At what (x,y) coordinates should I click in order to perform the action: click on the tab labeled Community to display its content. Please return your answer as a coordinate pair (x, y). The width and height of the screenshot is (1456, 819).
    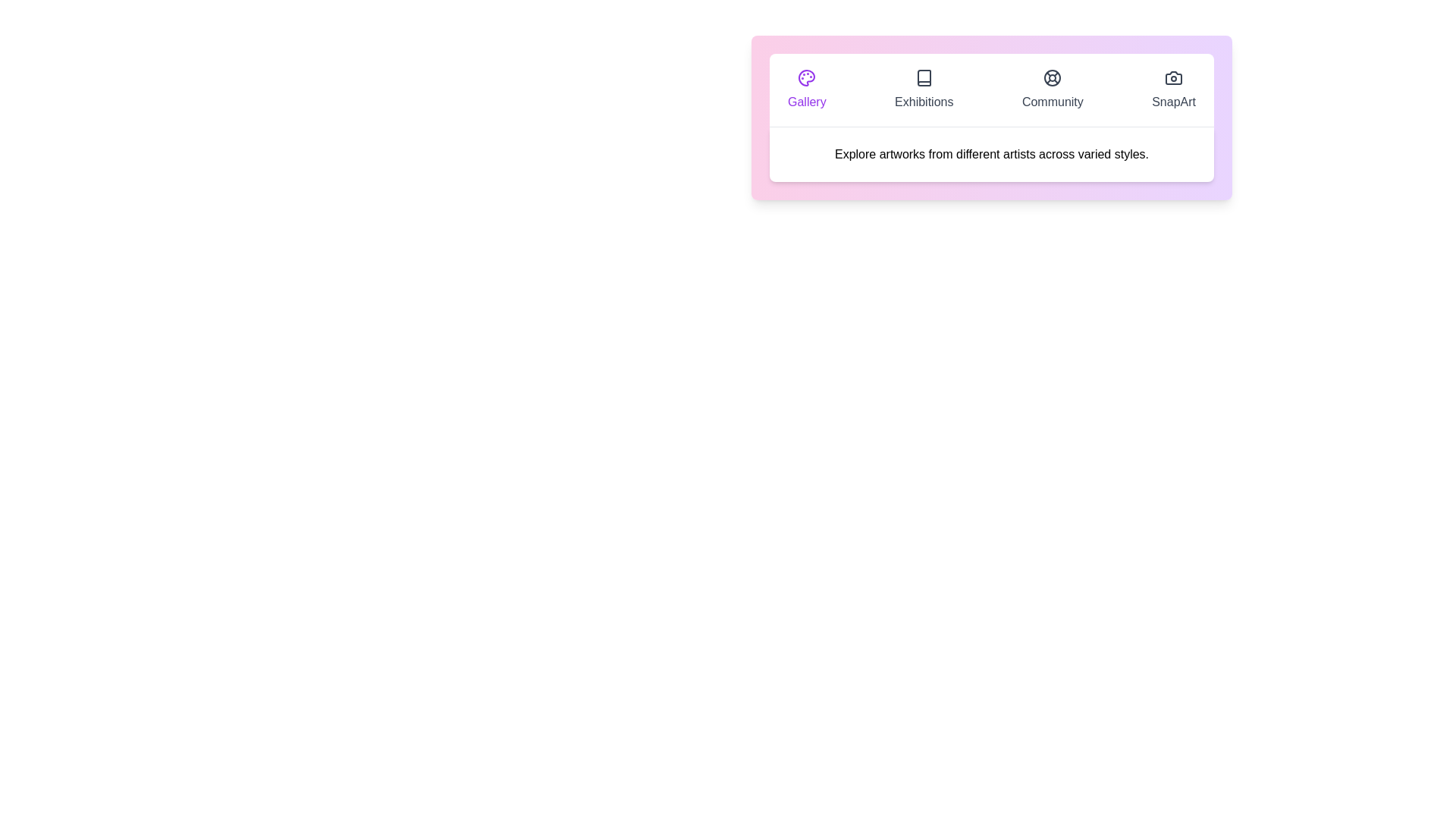
    Looking at the image, I should click on (1052, 90).